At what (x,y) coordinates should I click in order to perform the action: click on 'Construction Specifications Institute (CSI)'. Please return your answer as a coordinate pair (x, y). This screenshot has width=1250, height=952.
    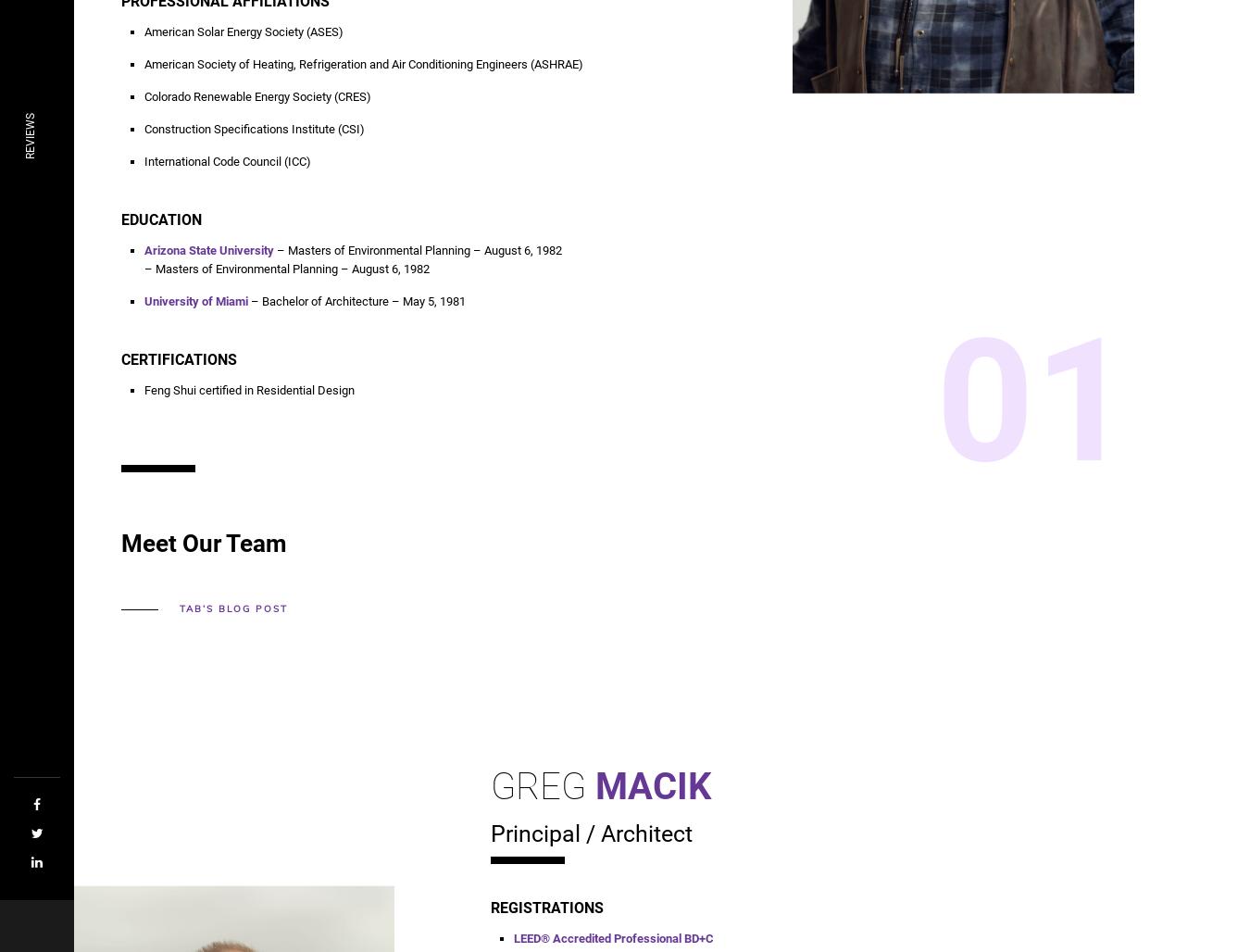
    Looking at the image, I should click on (253, 129).